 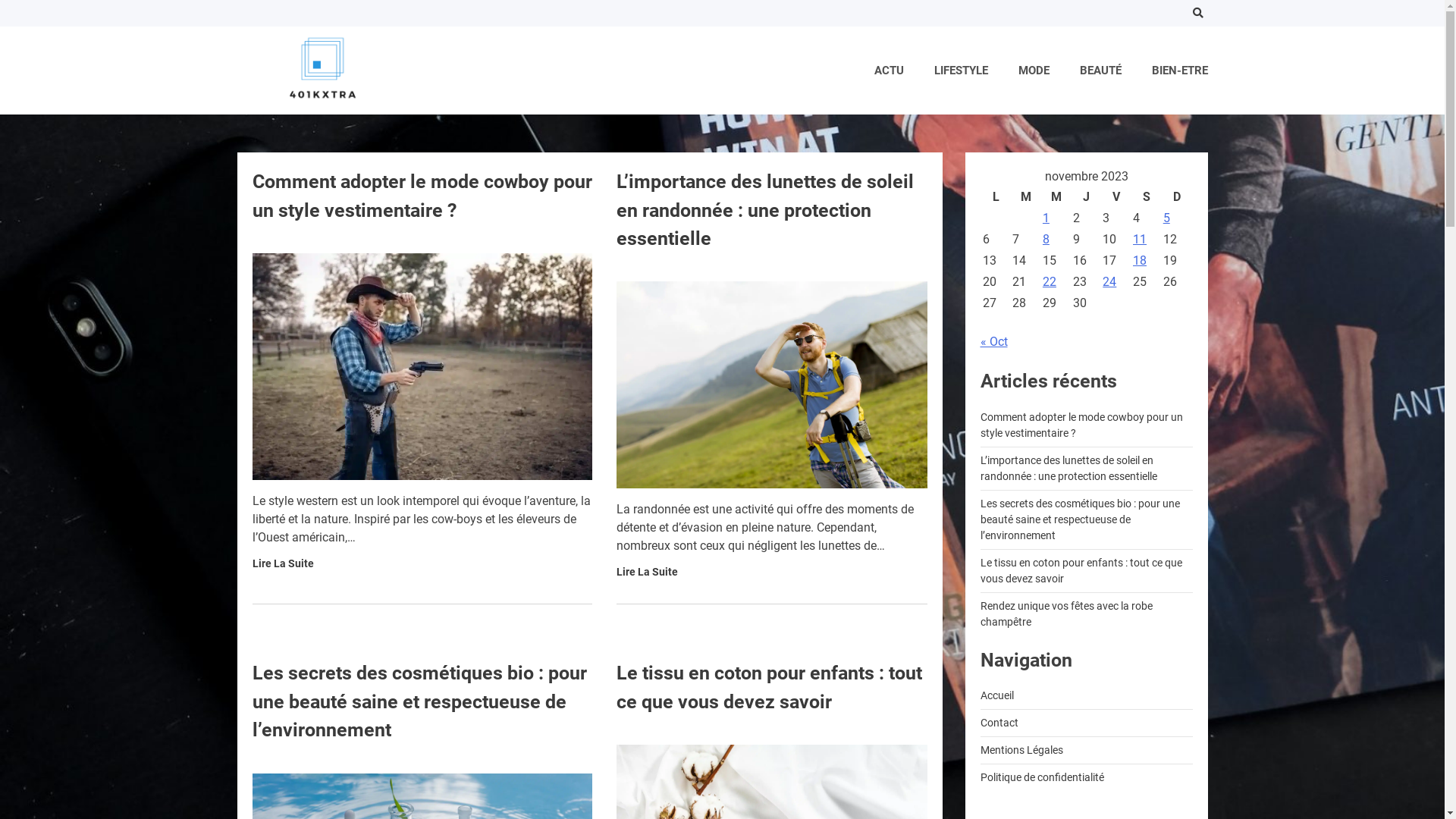 I want to click on 'ACTU', so click(x=888, y=71).